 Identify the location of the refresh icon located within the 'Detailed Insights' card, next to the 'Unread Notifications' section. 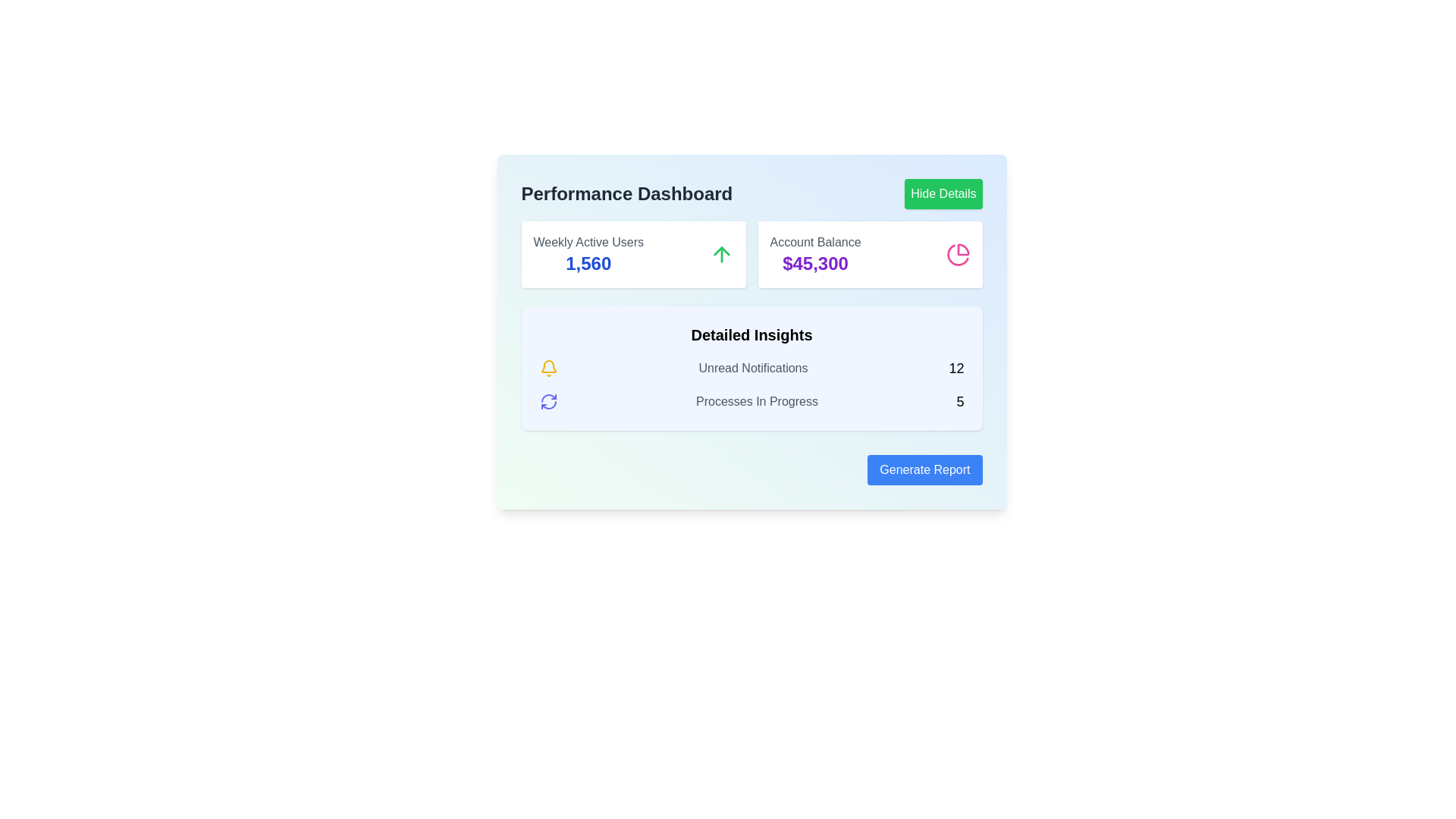
(548, 400).